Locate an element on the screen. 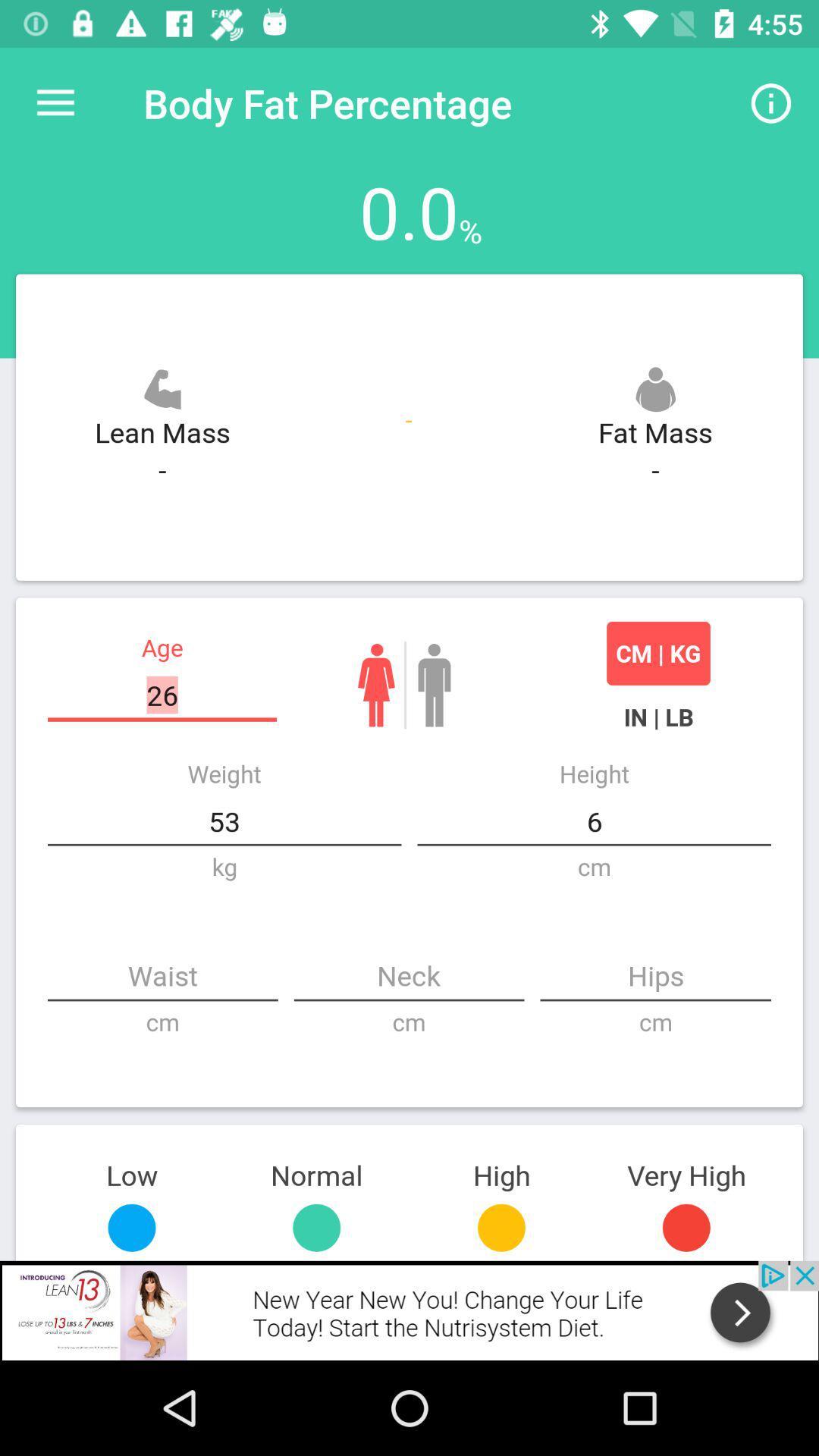 This screenshot has height=1456, width=819. button left to yellow button is located at coordinates (315, 1228).